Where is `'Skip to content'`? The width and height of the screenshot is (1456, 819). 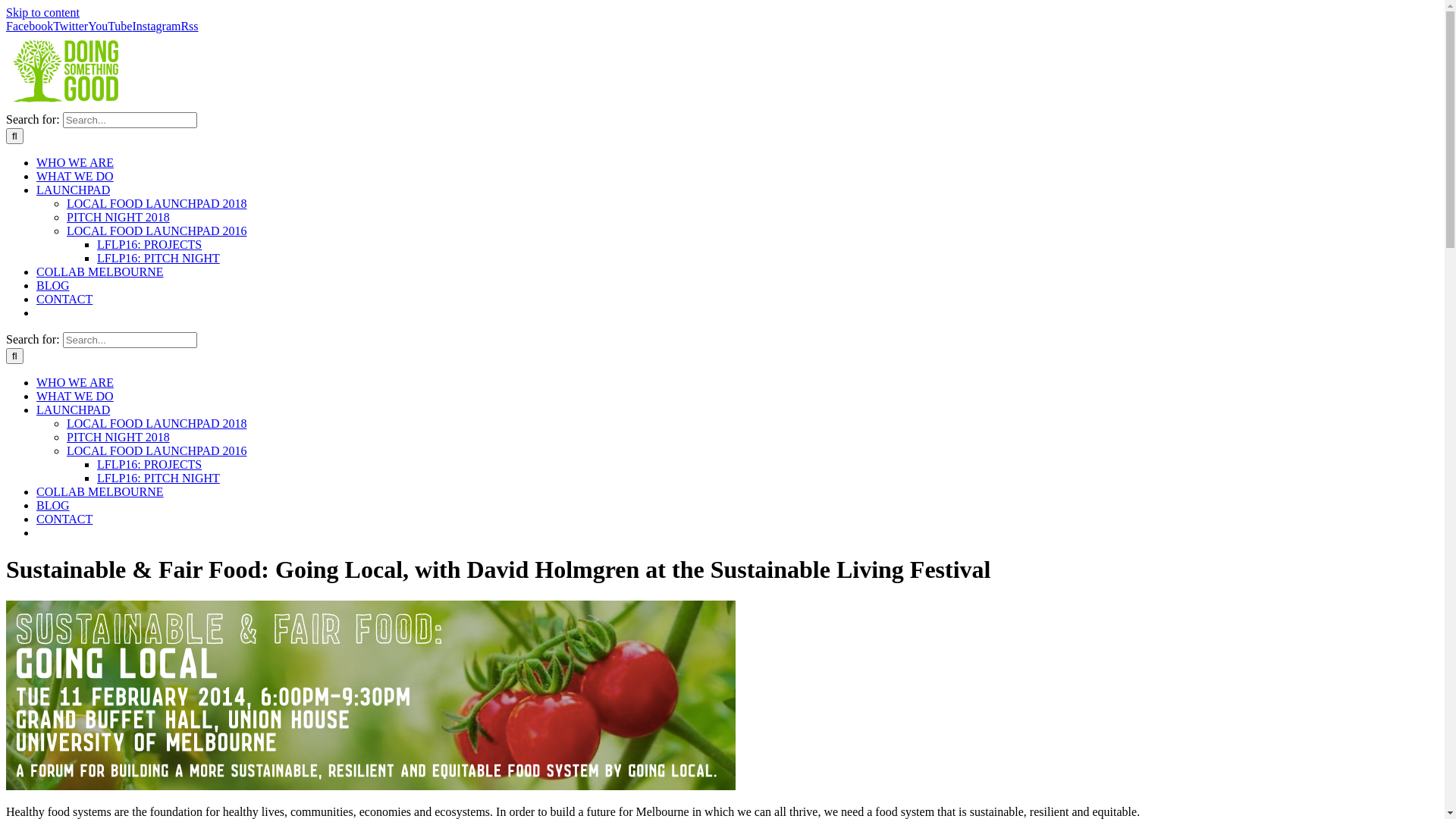
'Skip to content' is located at coordinates (6, 12).